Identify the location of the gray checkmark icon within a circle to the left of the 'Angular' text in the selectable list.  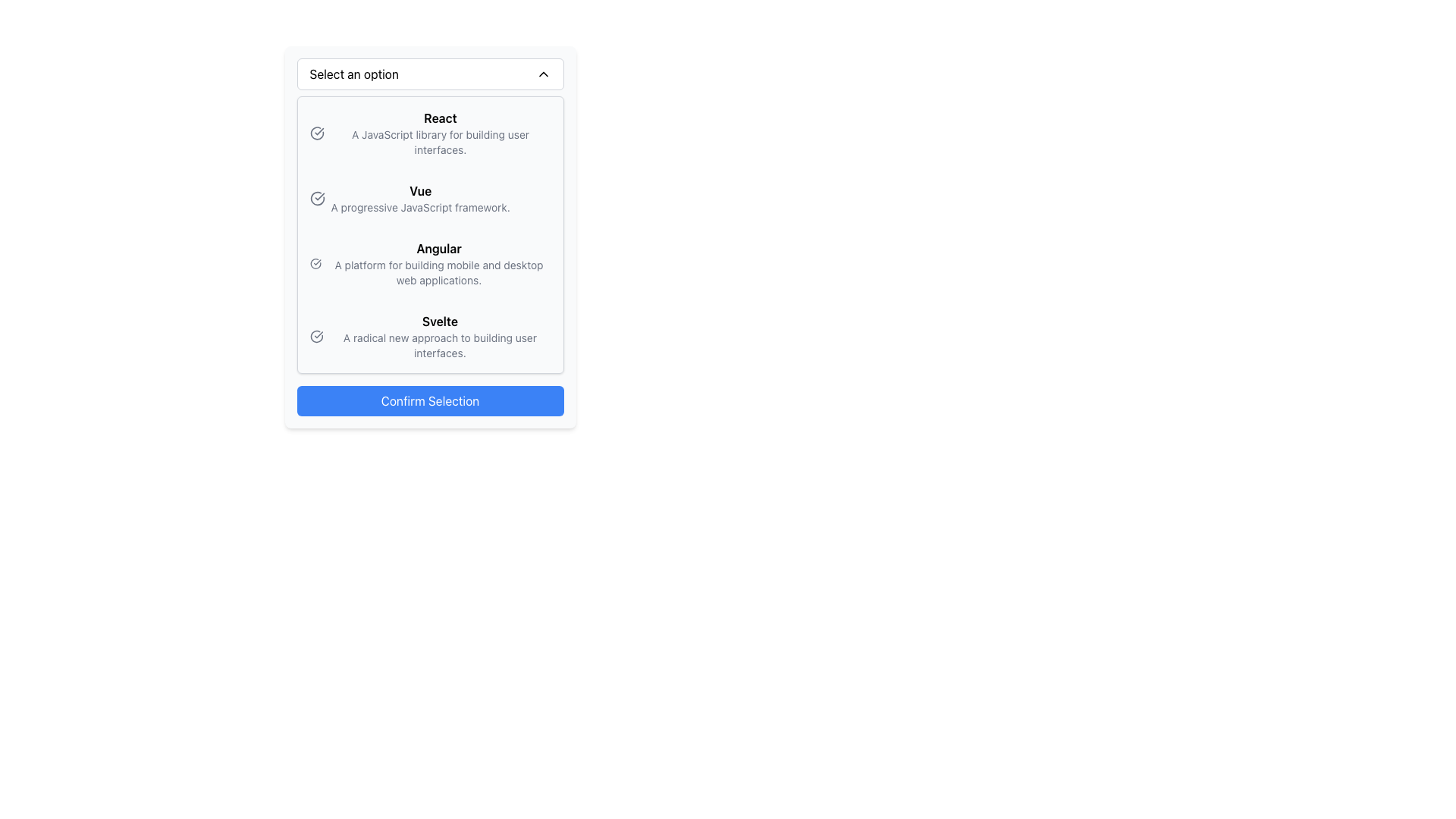
(315, 262).